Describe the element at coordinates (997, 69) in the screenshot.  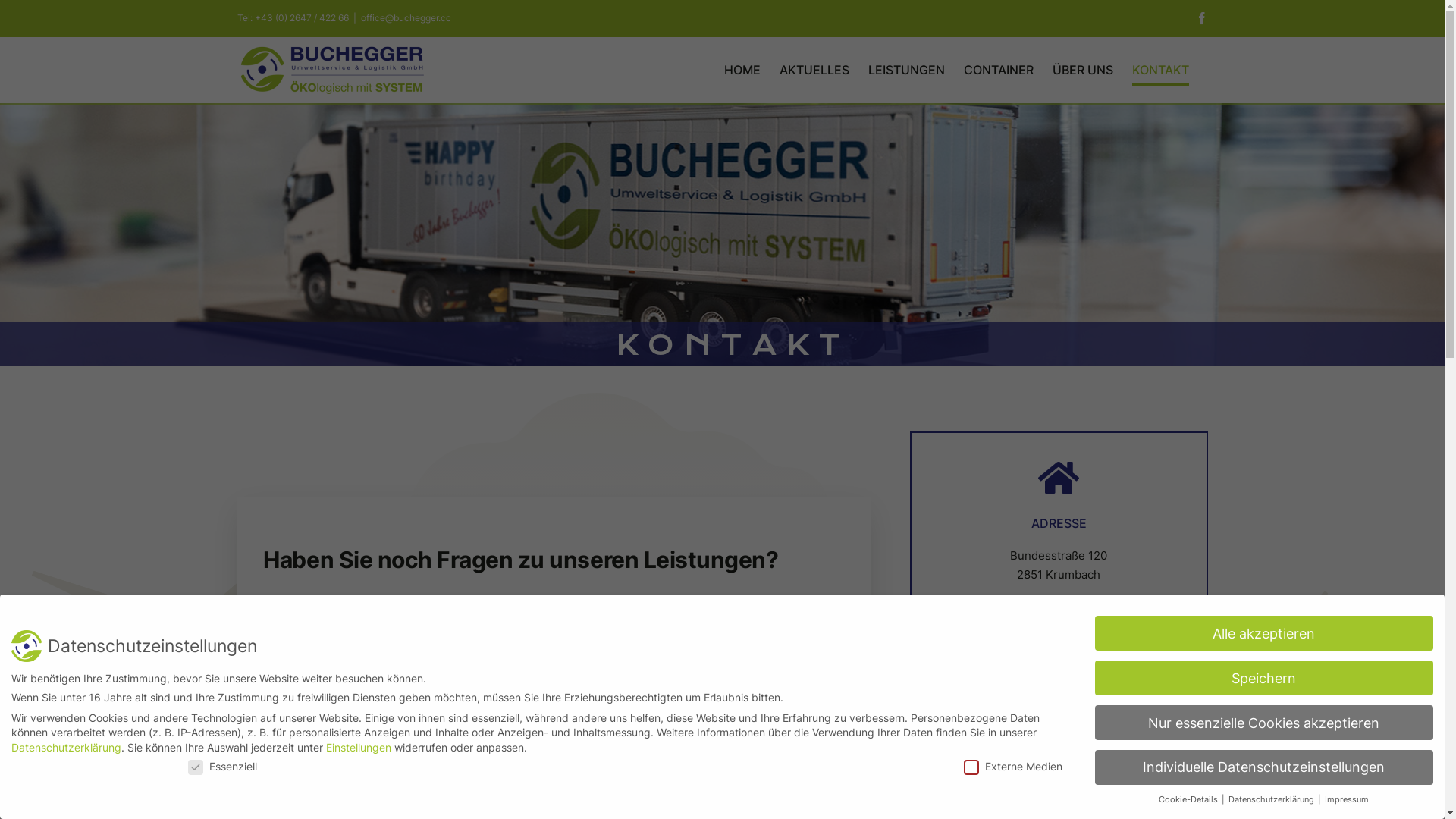
I see `'CONTAINER'` at that location.